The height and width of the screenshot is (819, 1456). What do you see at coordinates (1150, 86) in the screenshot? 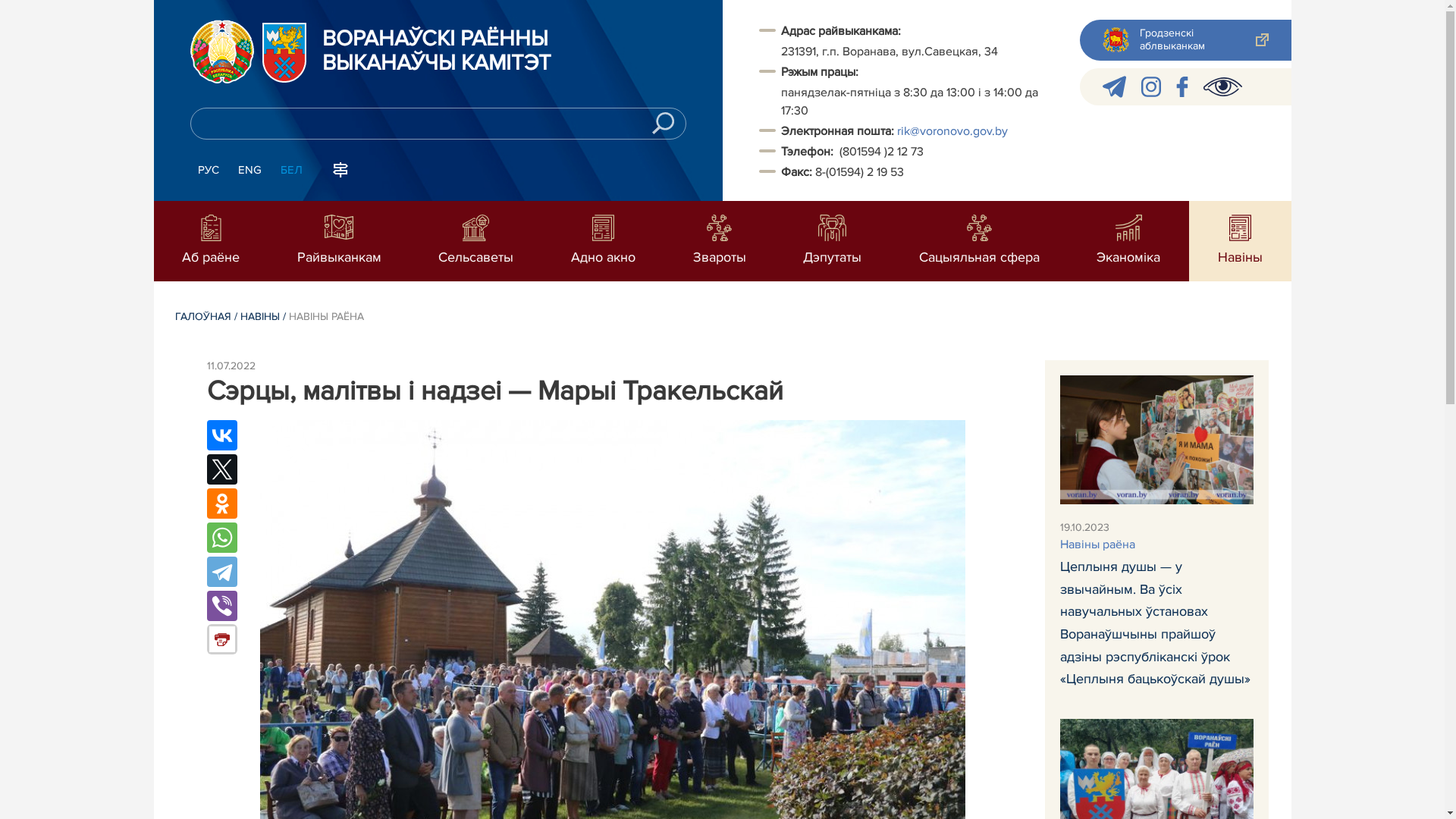
I see `'instagram'` at bounding box center [1150, 86].